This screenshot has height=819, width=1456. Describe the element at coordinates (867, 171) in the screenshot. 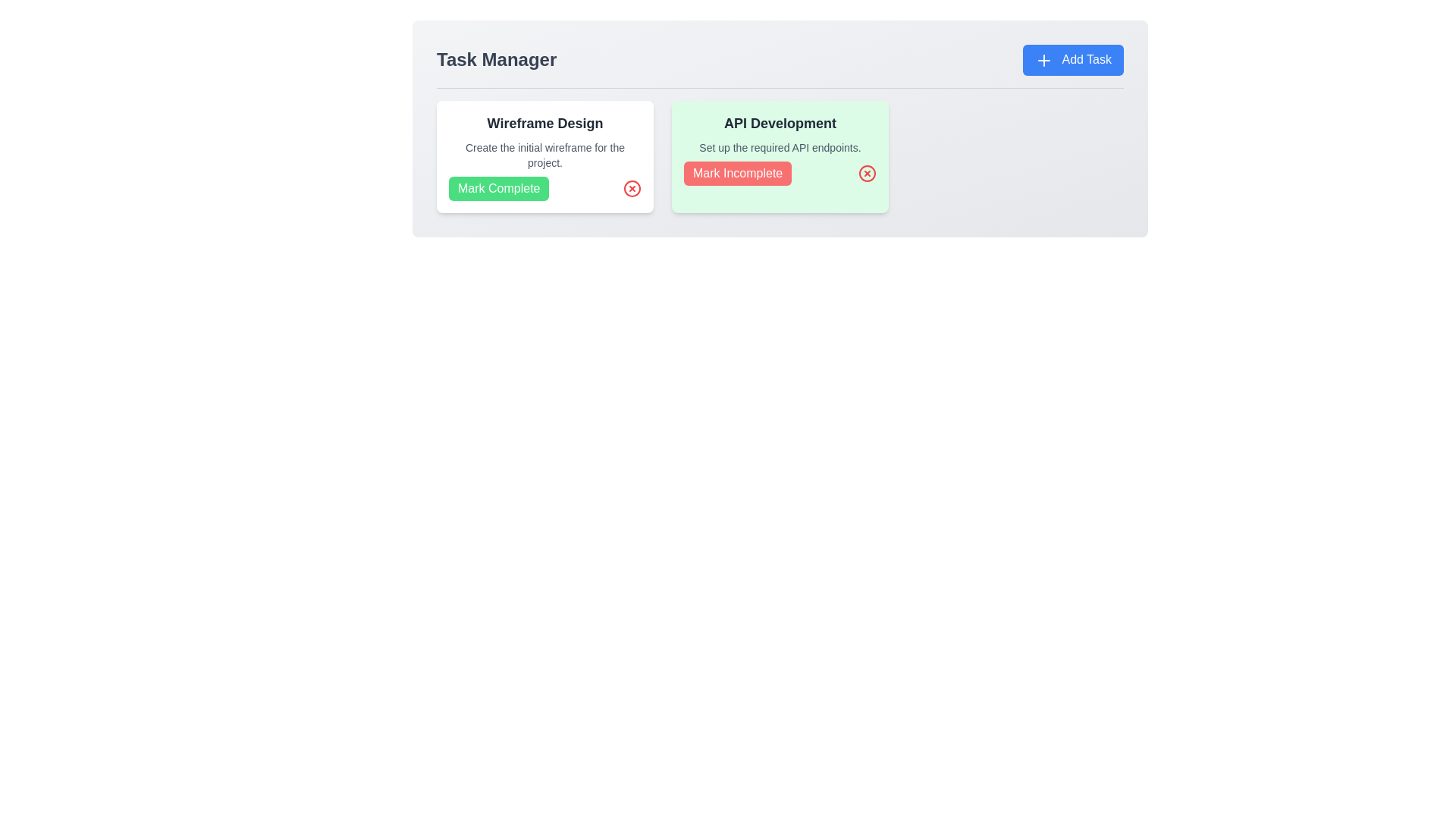

I see `the circular icon with a red border and an 'X' symbol inside, located in the 'API Development' task card` at that location.